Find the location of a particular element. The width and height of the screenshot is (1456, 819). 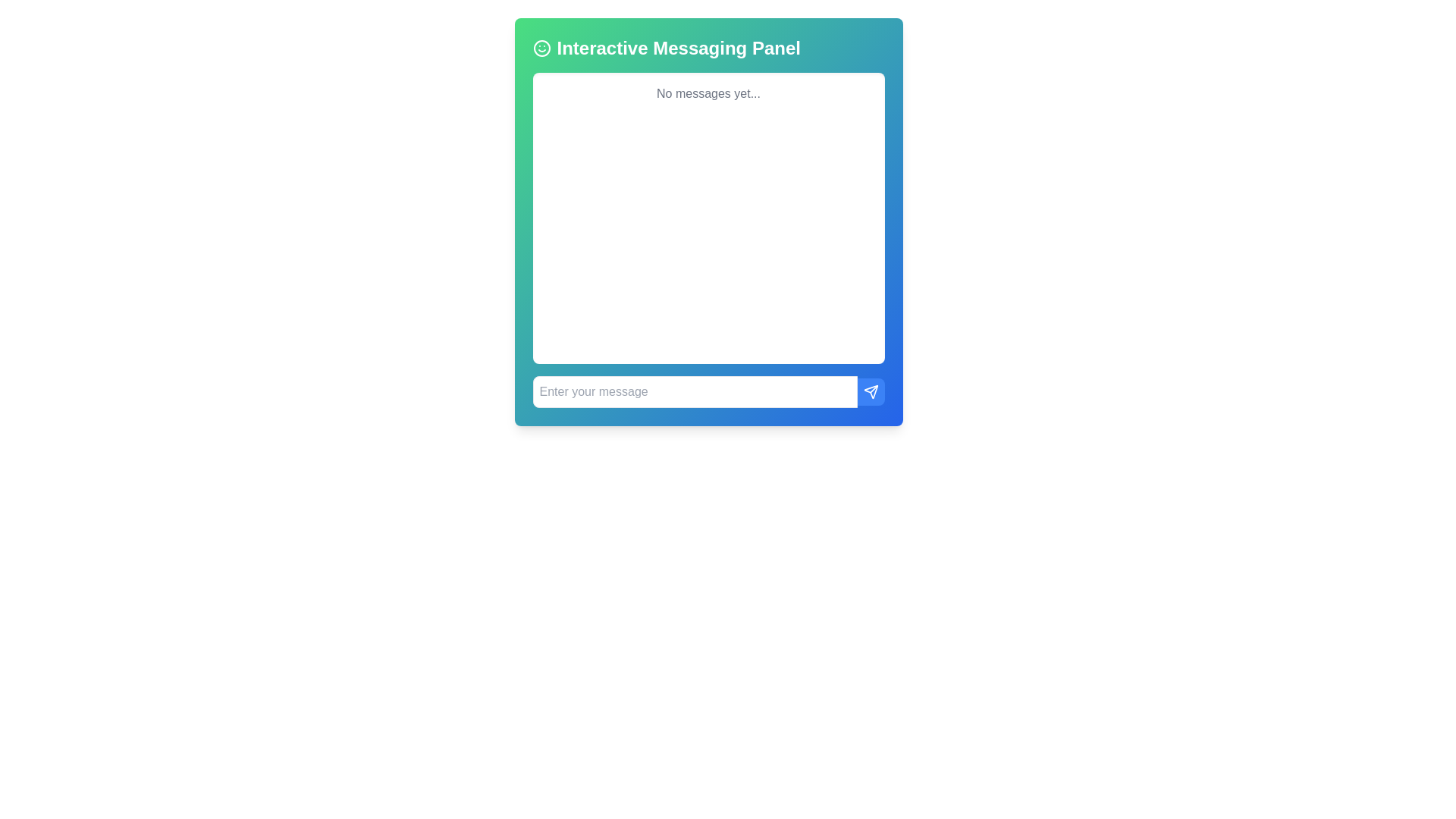

the send icon shaped like a paper plane, which is located within a blue button at the bottom-right corner of the message input section is located at coordinates (871, 391).